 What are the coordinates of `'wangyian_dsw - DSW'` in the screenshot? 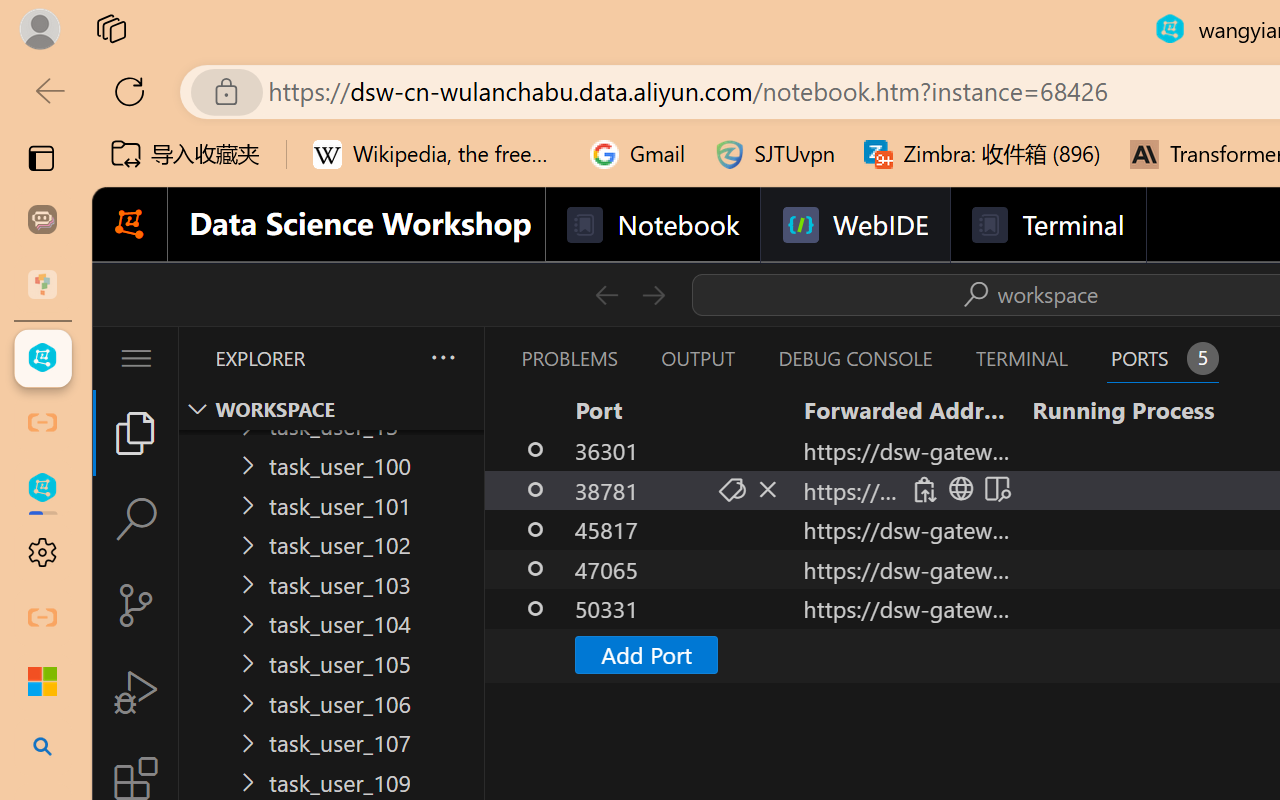 It's located at (42, 358).